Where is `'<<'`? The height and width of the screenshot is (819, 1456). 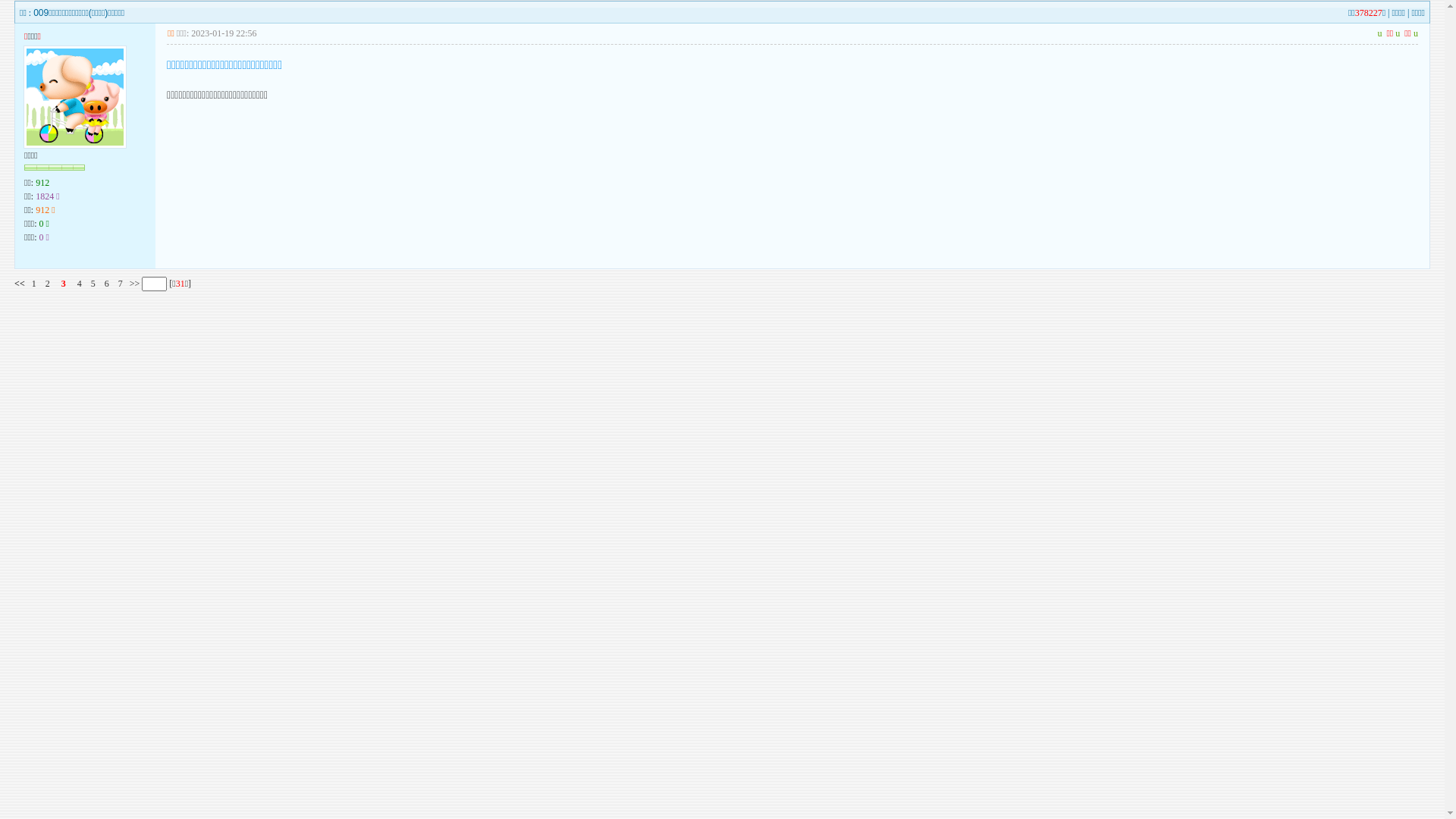
'<<' is located at coordinates (19, 284).